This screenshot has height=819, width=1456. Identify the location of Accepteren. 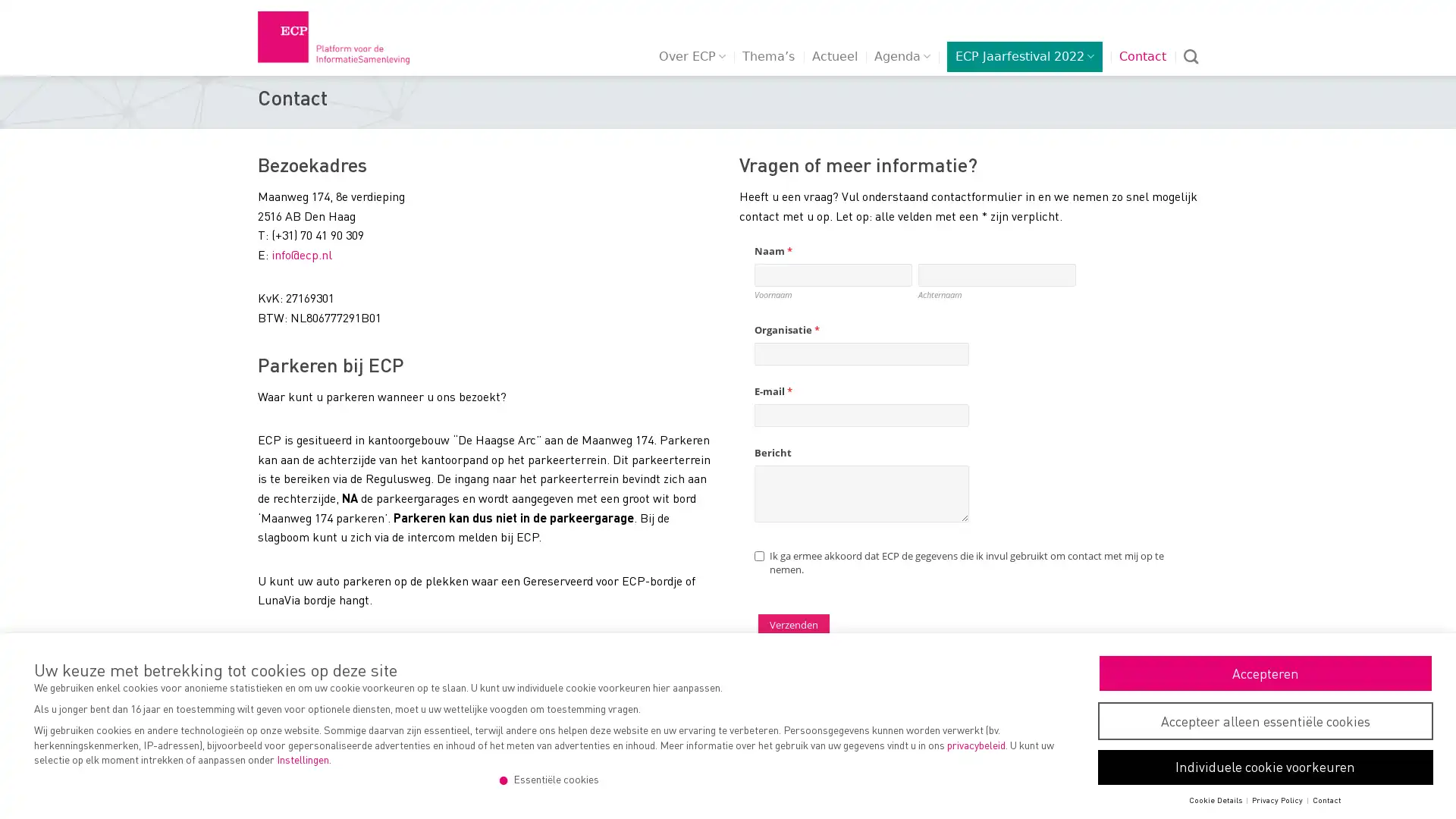
(1265, 672).